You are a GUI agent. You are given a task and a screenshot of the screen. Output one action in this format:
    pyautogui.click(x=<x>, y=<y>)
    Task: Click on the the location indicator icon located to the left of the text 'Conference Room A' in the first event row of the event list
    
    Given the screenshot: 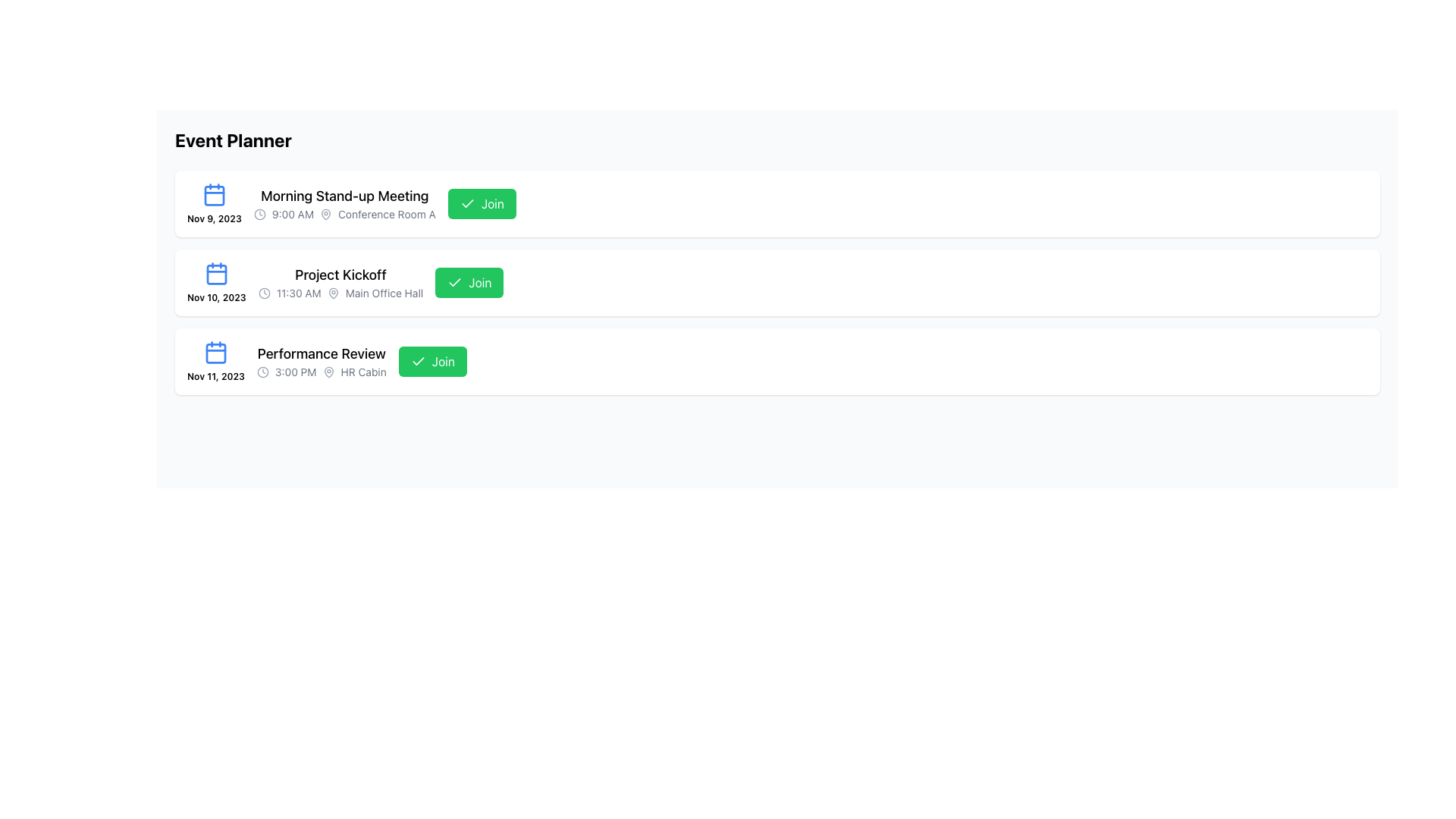 What is the action you would take?
    pyautogui.click(x=325, y=214)
    